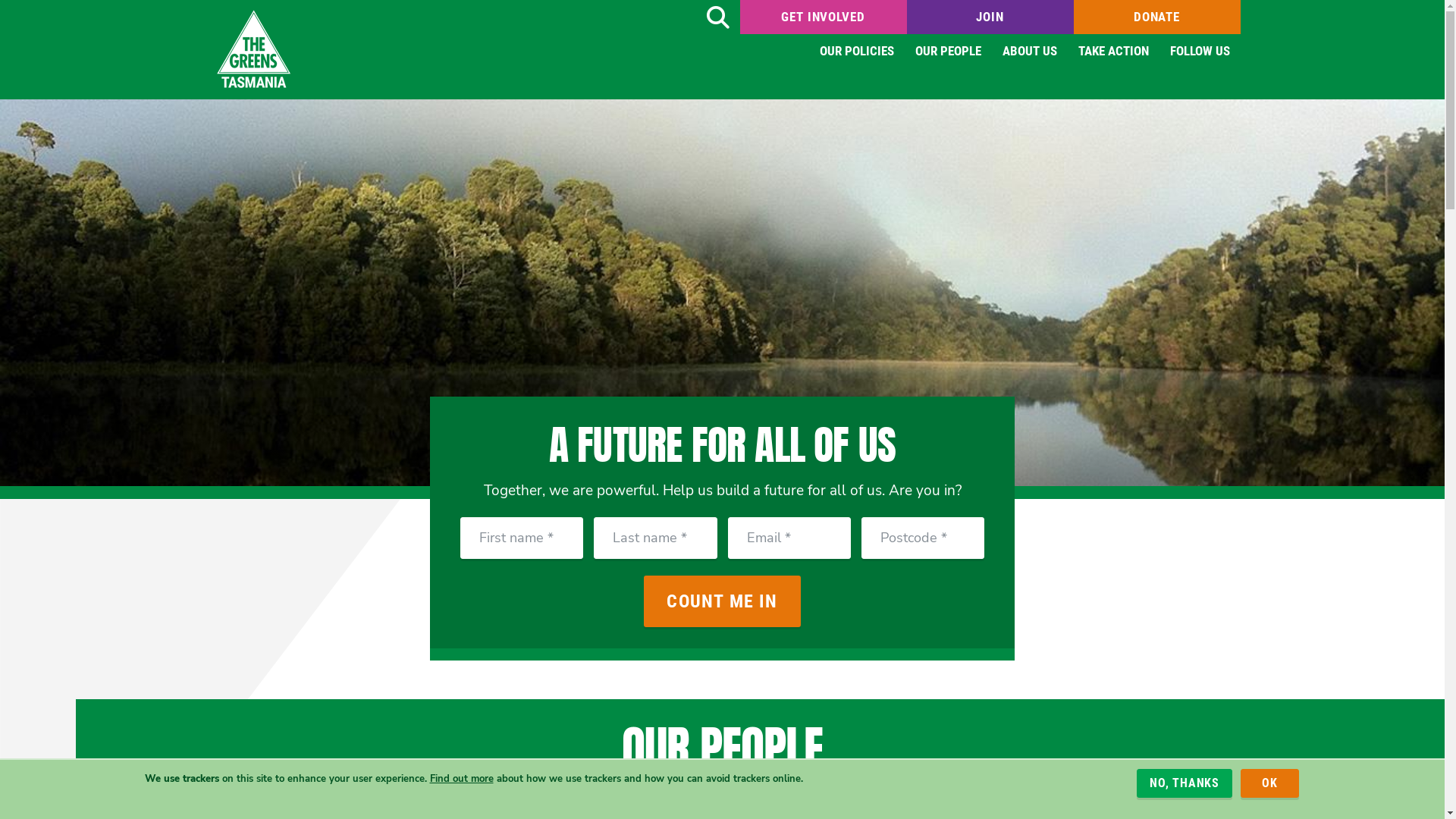 This screenshot has width=1456, height=819. What do you see at coordinates (1198, 50) in the screenshot?
I see `'FOLLOW US'` at bounding box center [1198, 50].